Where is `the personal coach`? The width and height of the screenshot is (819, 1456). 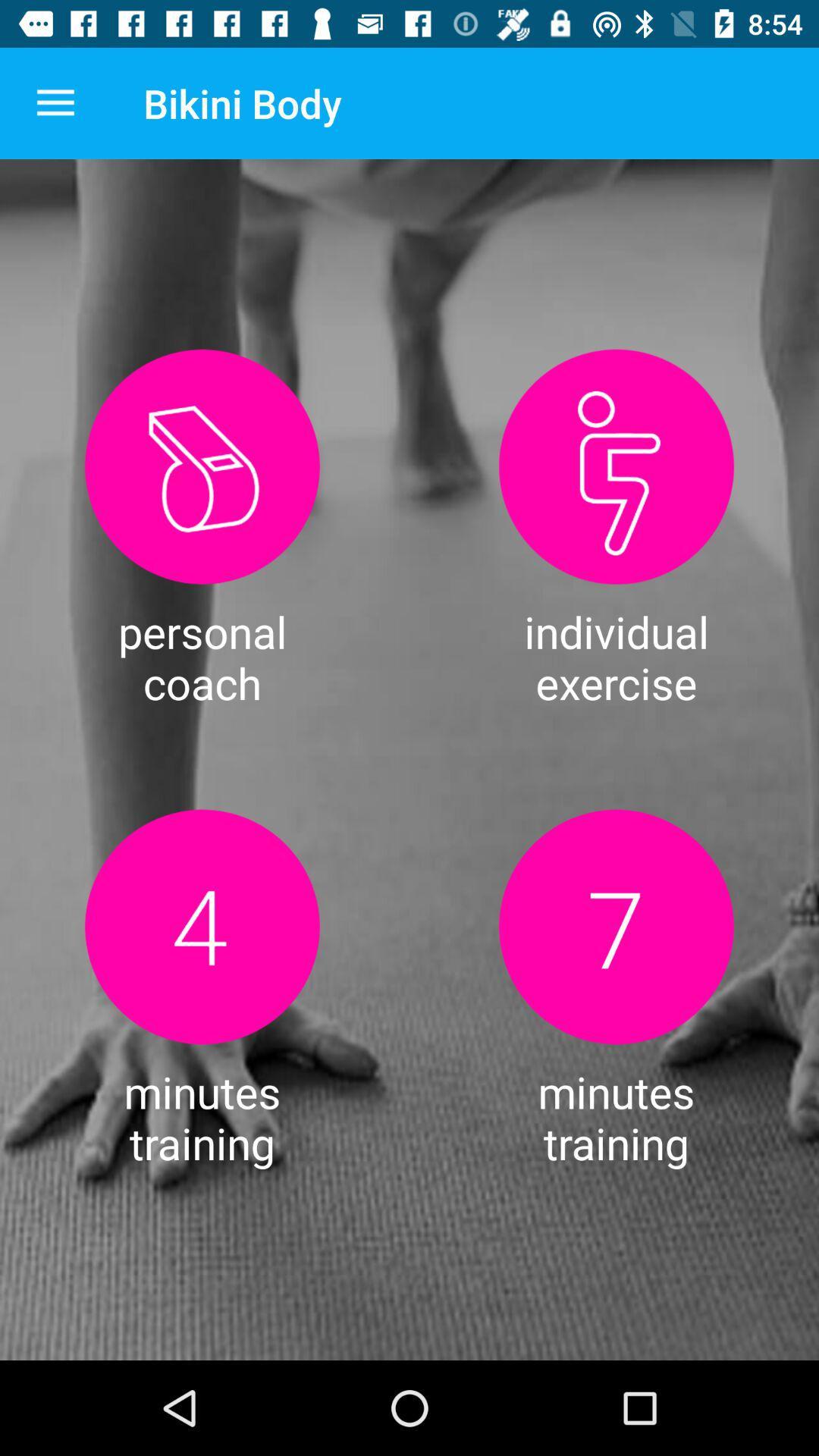 the personal coach is located at coordinates (201, 466).